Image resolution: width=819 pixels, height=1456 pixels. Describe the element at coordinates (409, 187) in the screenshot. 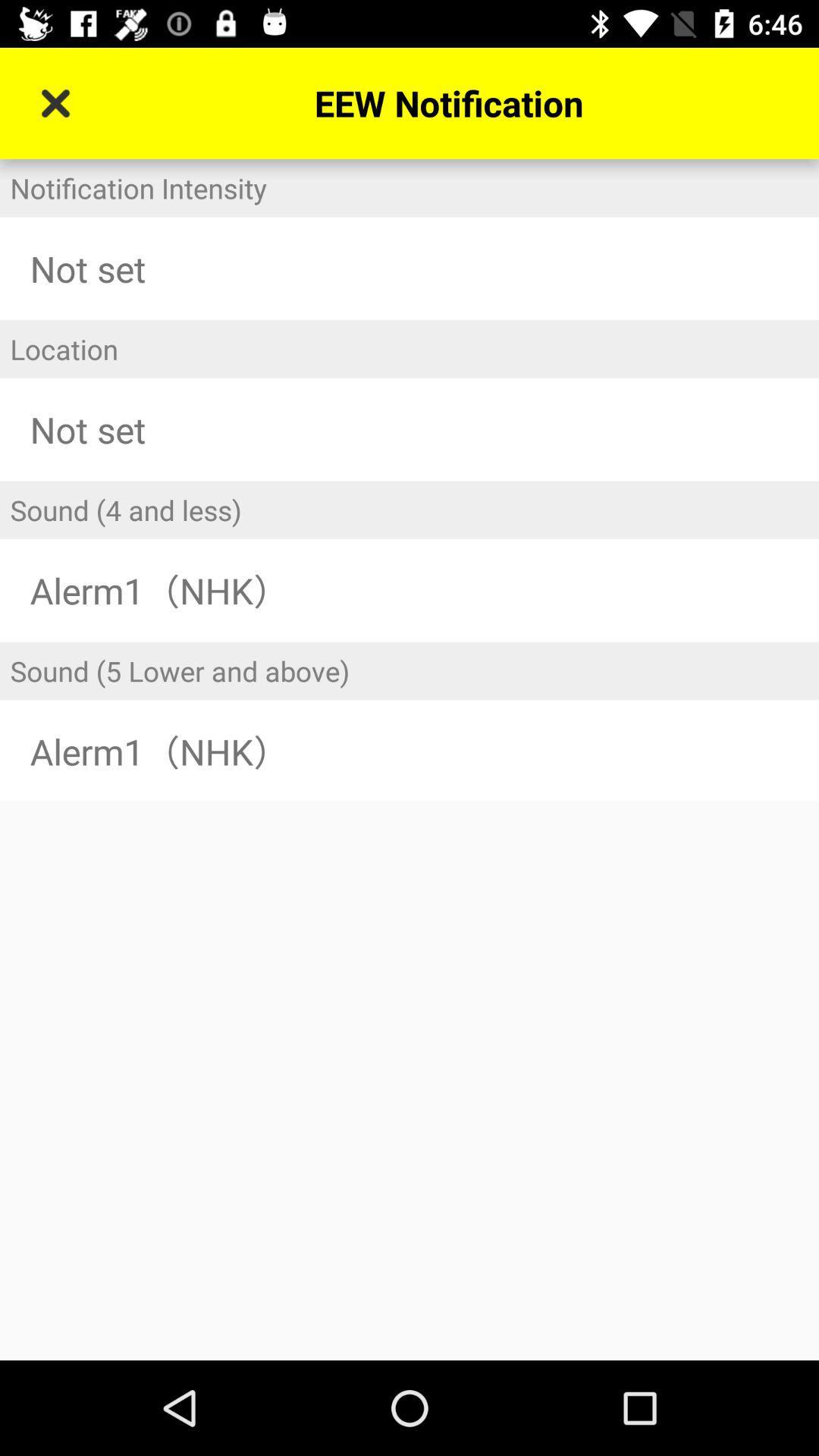

I see `notification intensity icon` at that location.